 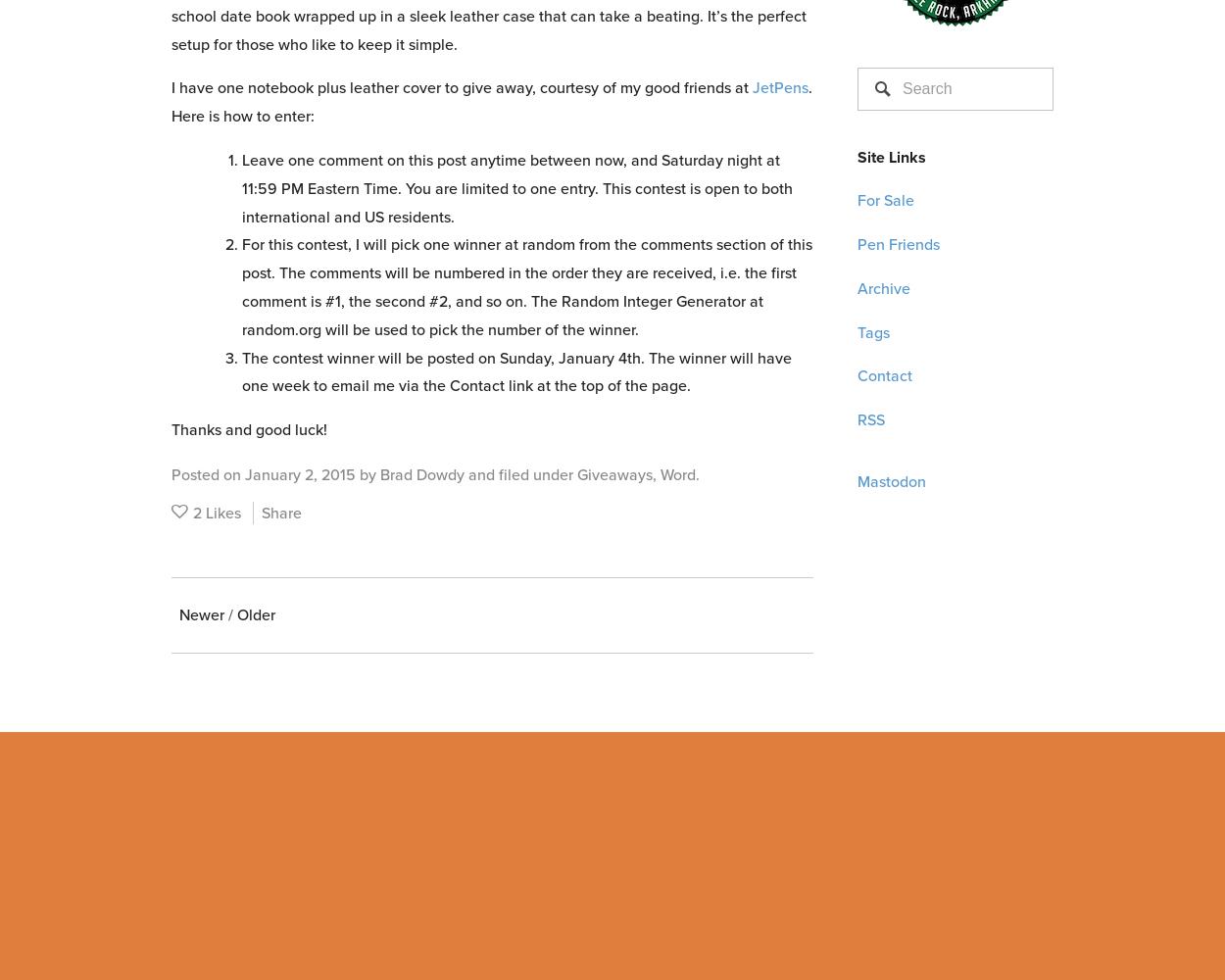 I want to click on 'Older', so click(x=256, y=613).